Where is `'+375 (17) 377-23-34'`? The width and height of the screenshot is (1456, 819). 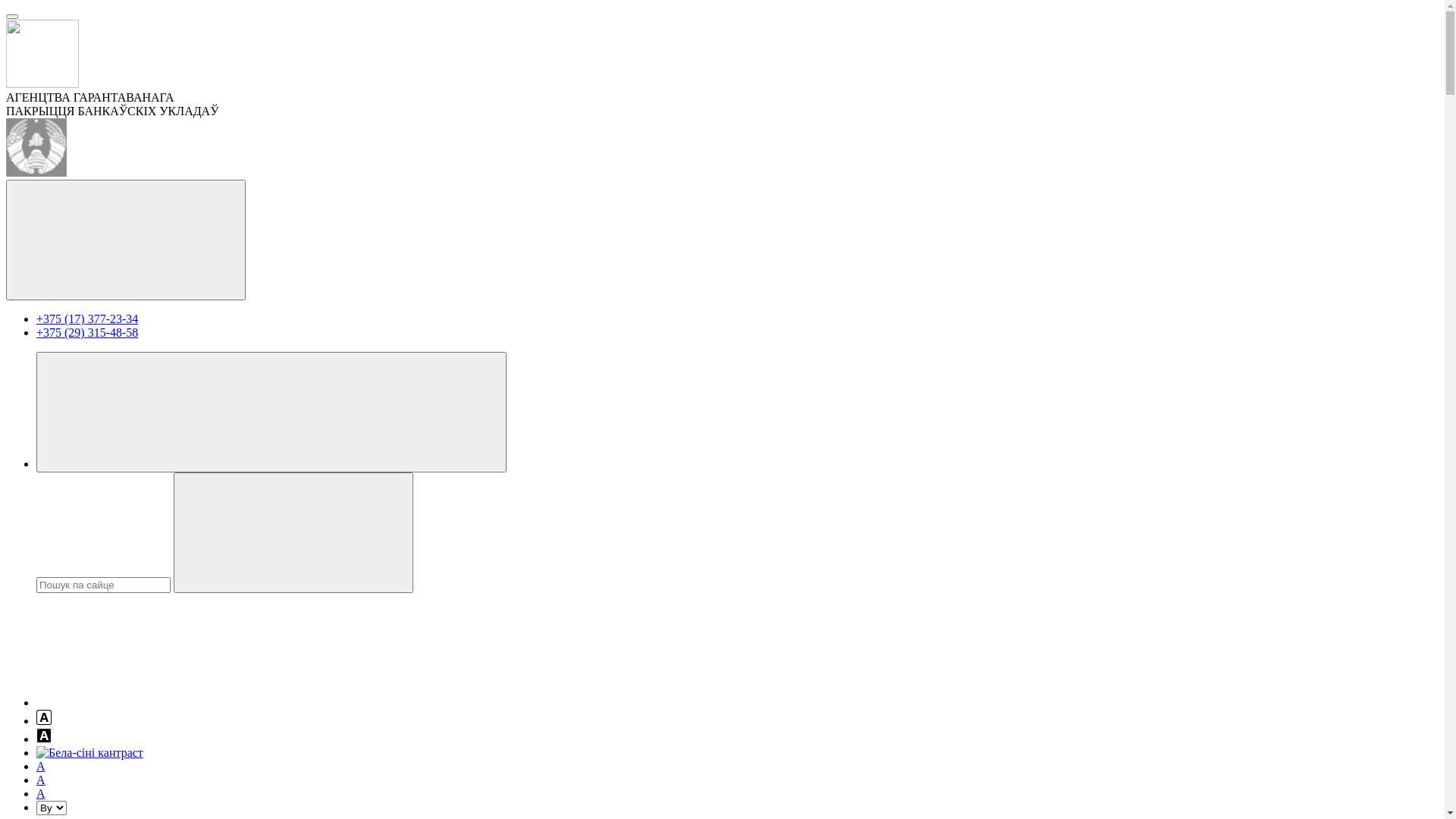
'+375 (17) 377-23-34' is located at coordinates (86, 318).